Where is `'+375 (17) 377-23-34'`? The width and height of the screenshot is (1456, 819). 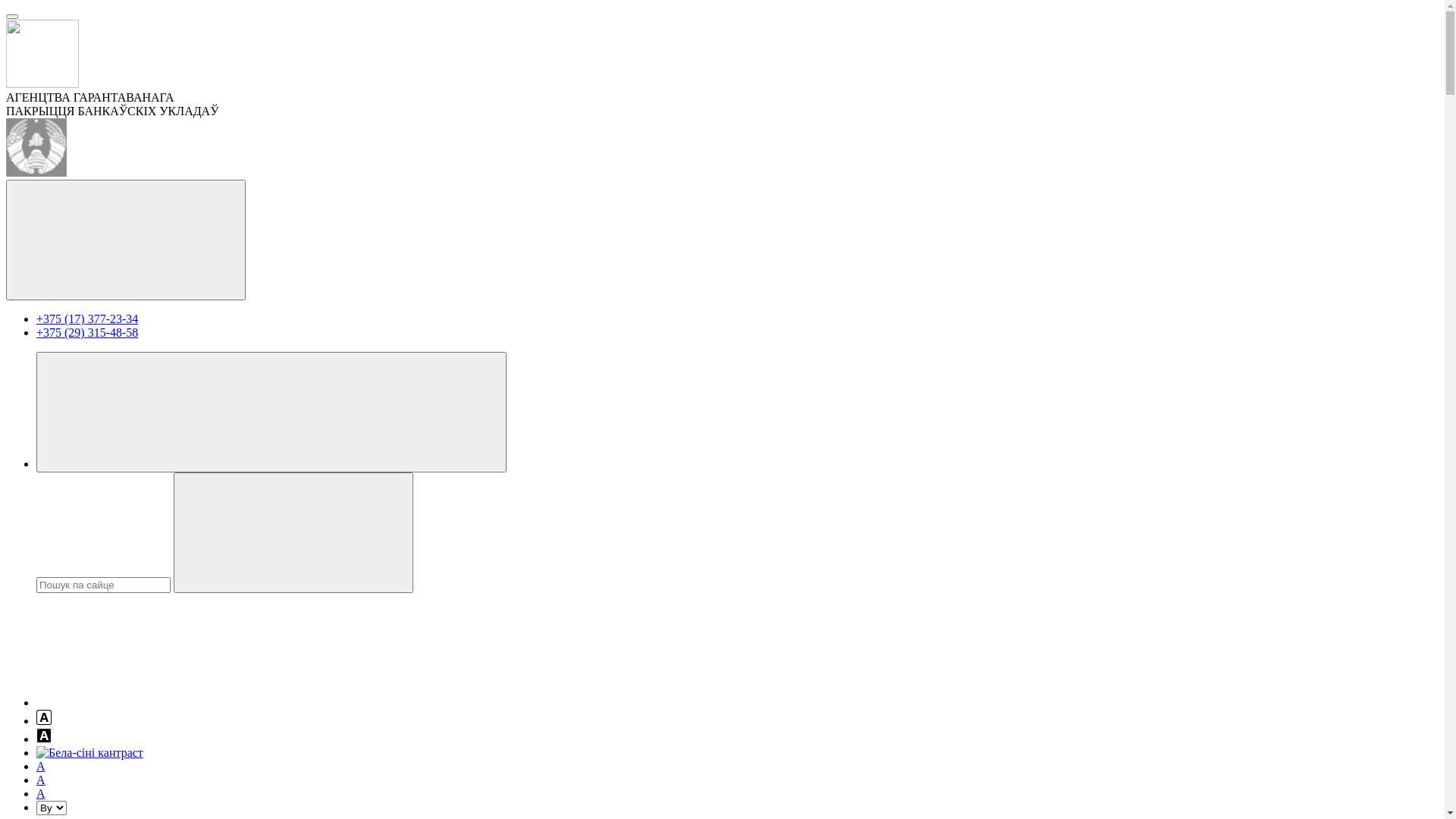
'+375 (17) 377-23-34' is located at coordinates (86, 318).